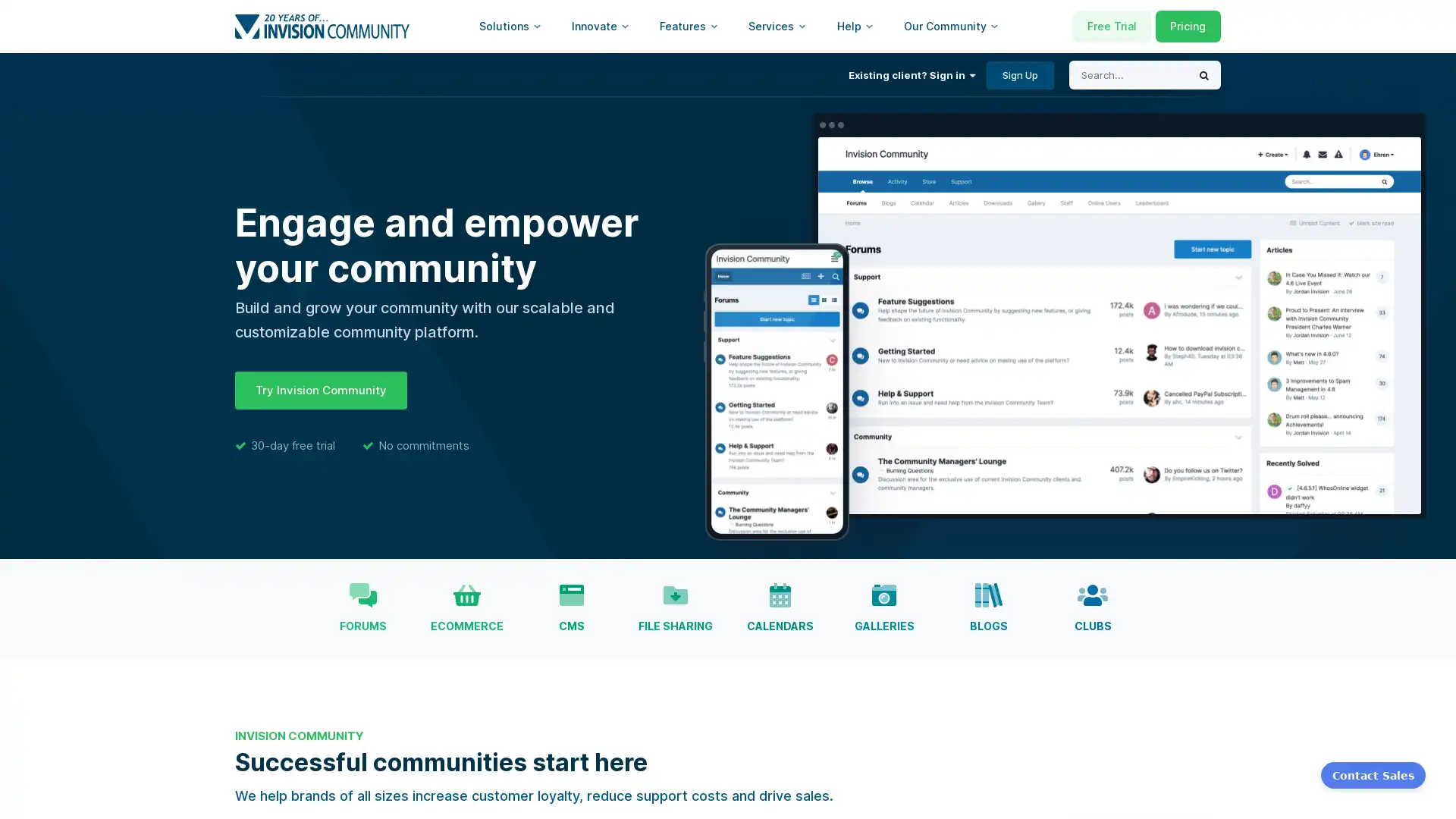  I want to click on Features, so click(688, 26).